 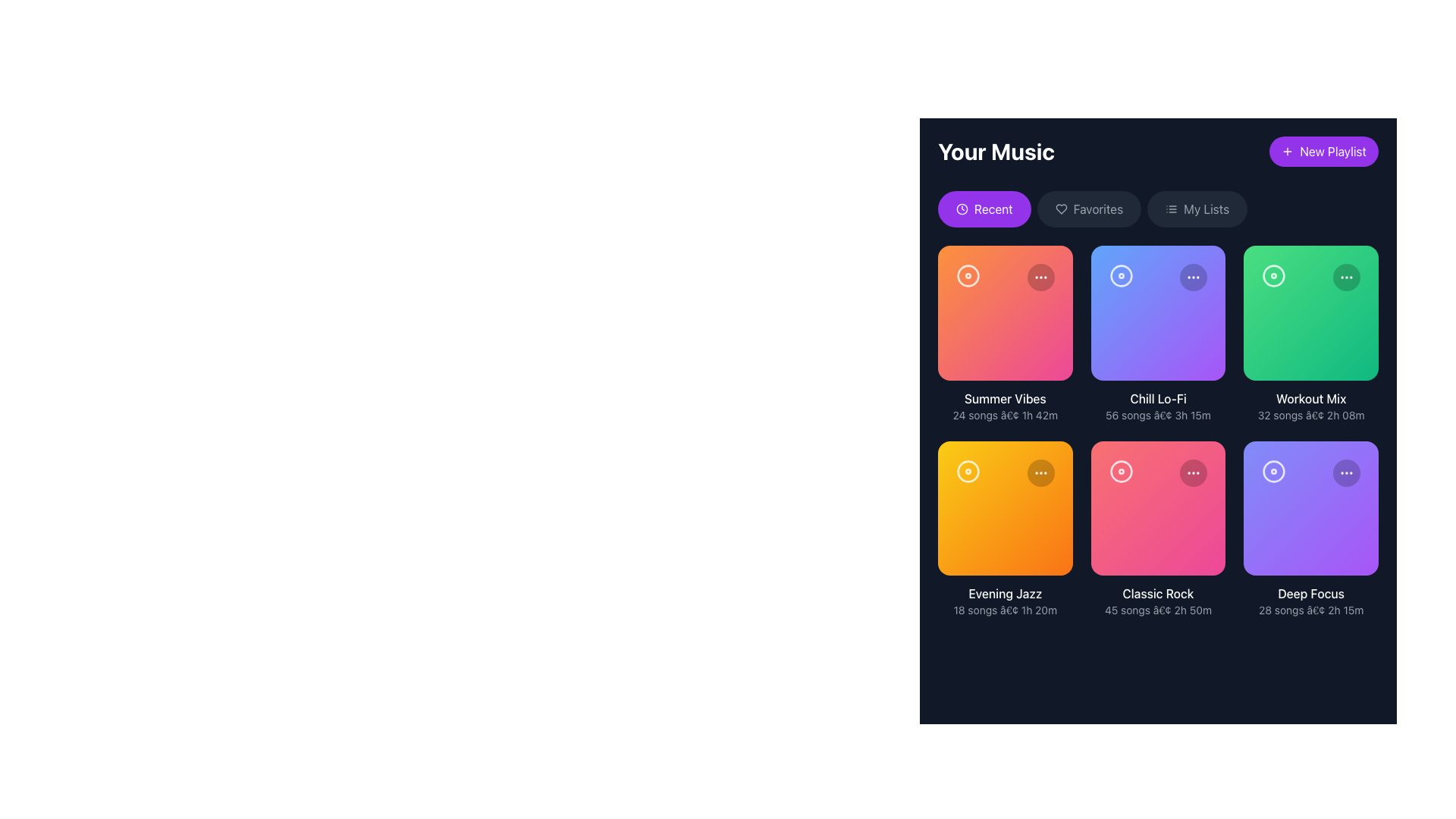 I want to click on the SVG circle representing an attribute or feature within the 'Classic Rock' playlist tile, located at the center of the tile in the middle row, center column of the grid, so click(x=1121, y=470).